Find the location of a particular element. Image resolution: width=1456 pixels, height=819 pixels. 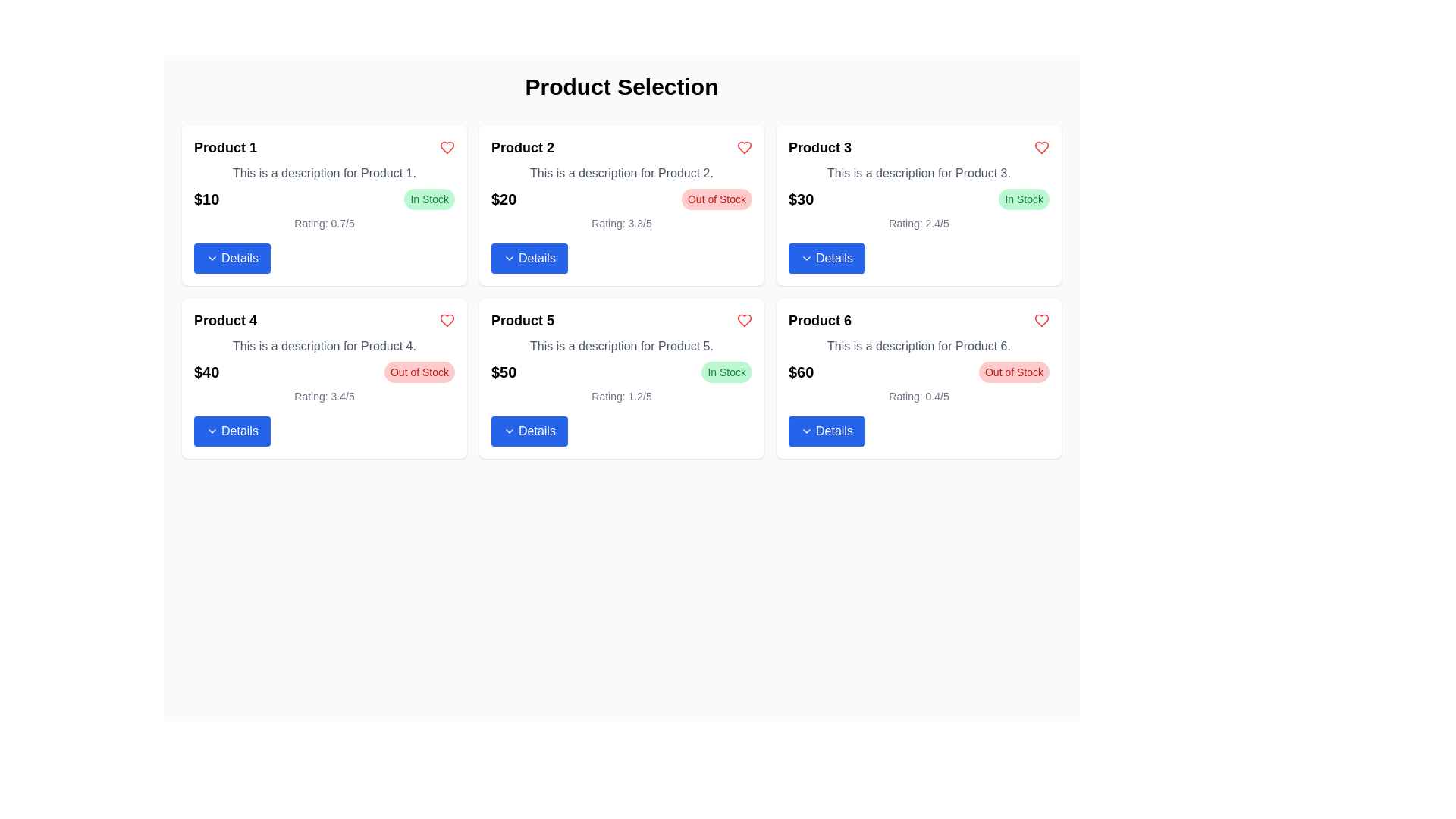

the small downward-pointing chevron icon, which is located at the center-right of the blue button labeled 'Details' below the 'Product 6' card in the grid is located at coordinates (806, 431).